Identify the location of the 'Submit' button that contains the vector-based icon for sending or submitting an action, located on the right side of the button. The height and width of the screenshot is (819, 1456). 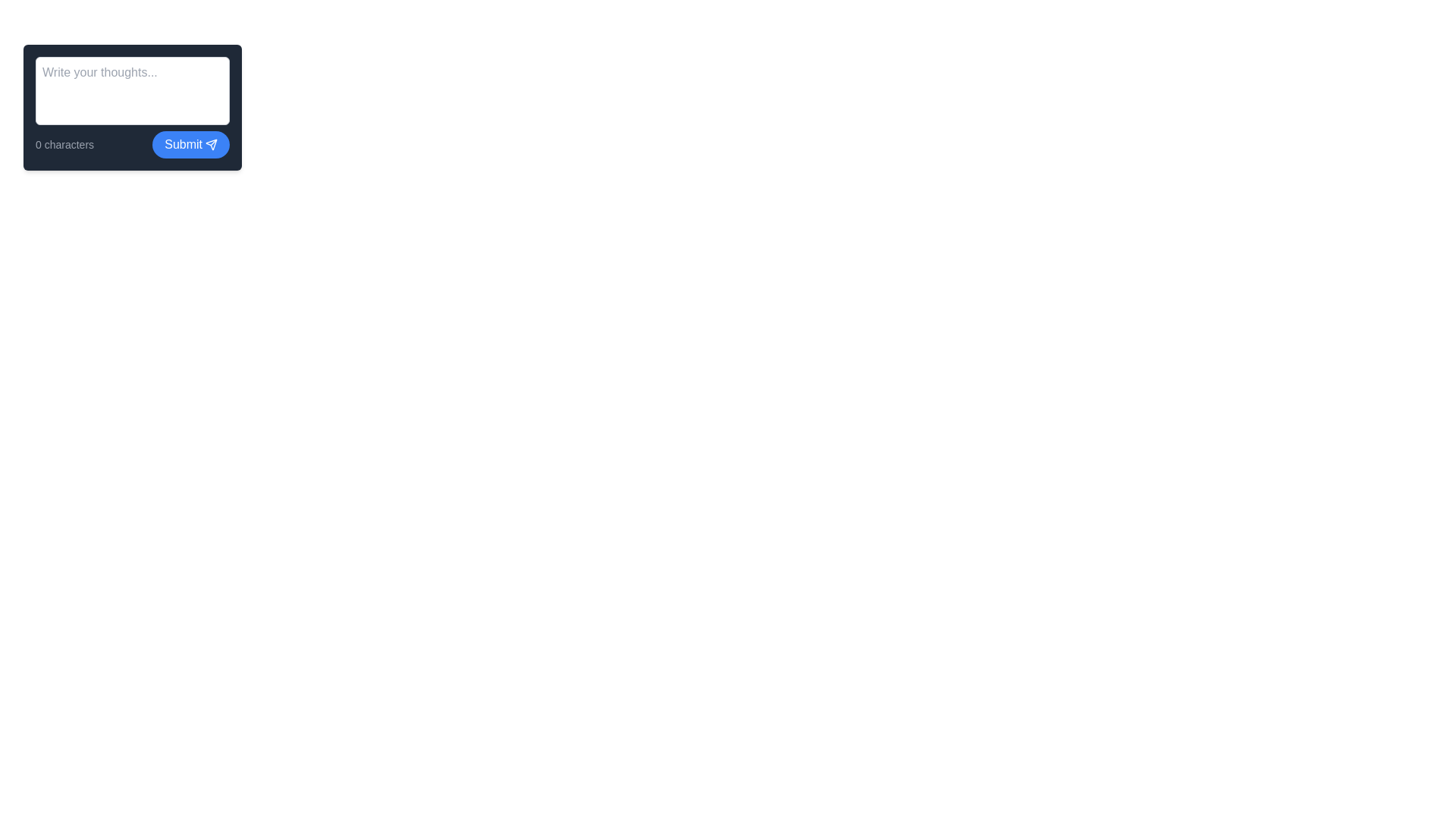
(210, 145).